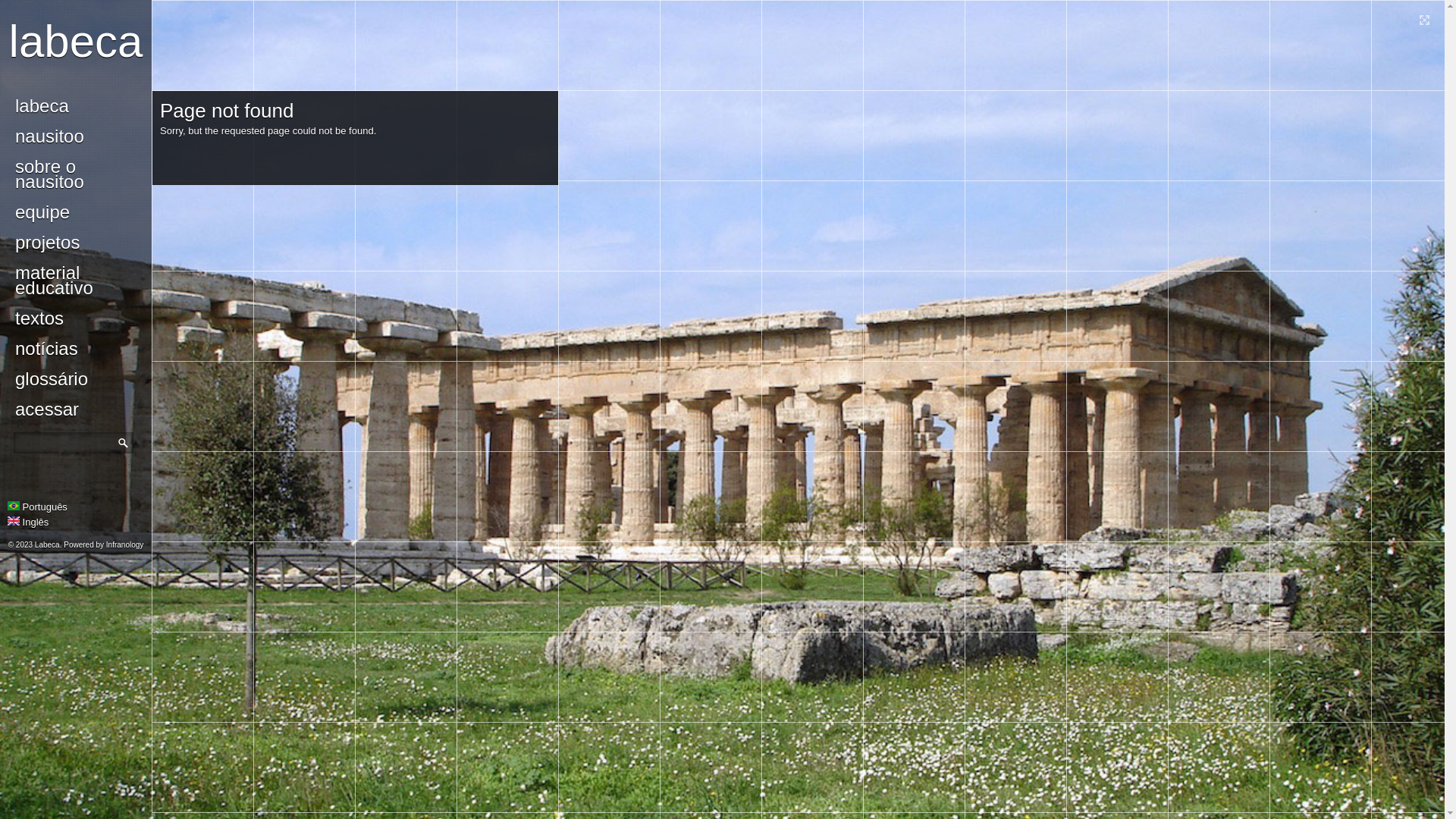 This screenshot has height=819, width=1456. I want to click on 'labeca', so click(0, 105).